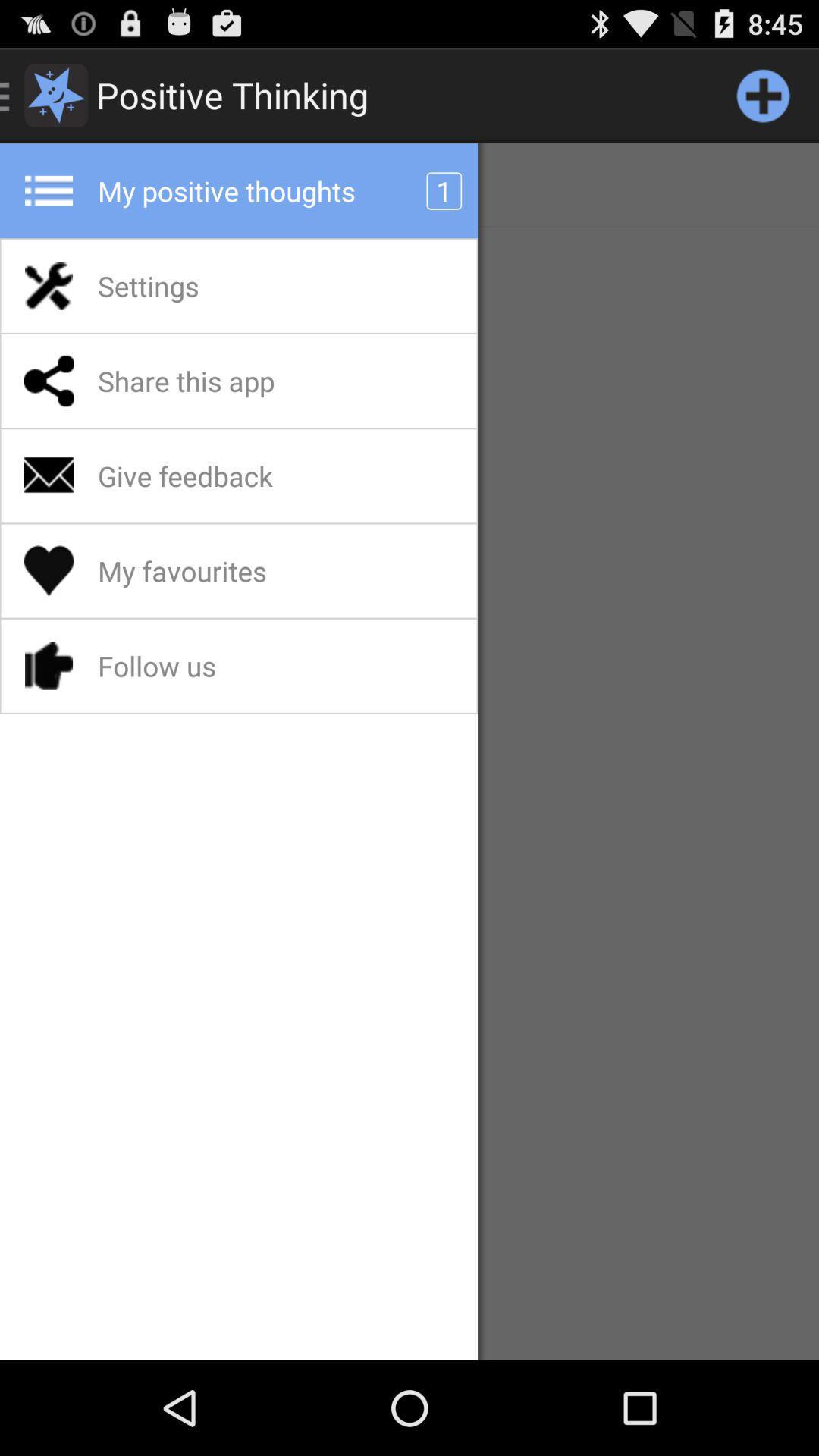 The width and height of the screenshot is (819, 1456). I want to click on item above give feedback item, so click(226, 381).